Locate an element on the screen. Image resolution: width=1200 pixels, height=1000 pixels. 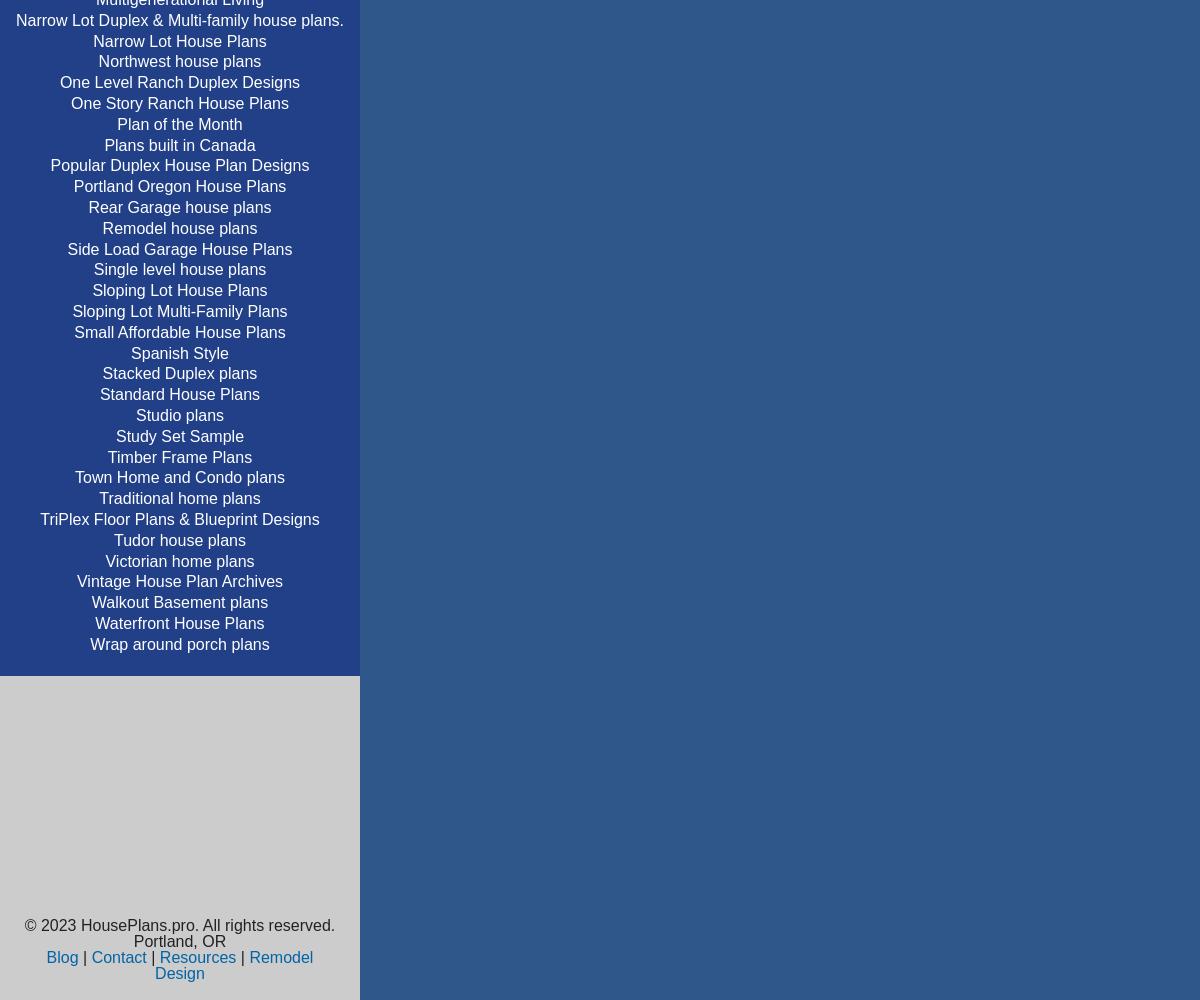
'Spanish Style' is located at coordinates (178, 351).